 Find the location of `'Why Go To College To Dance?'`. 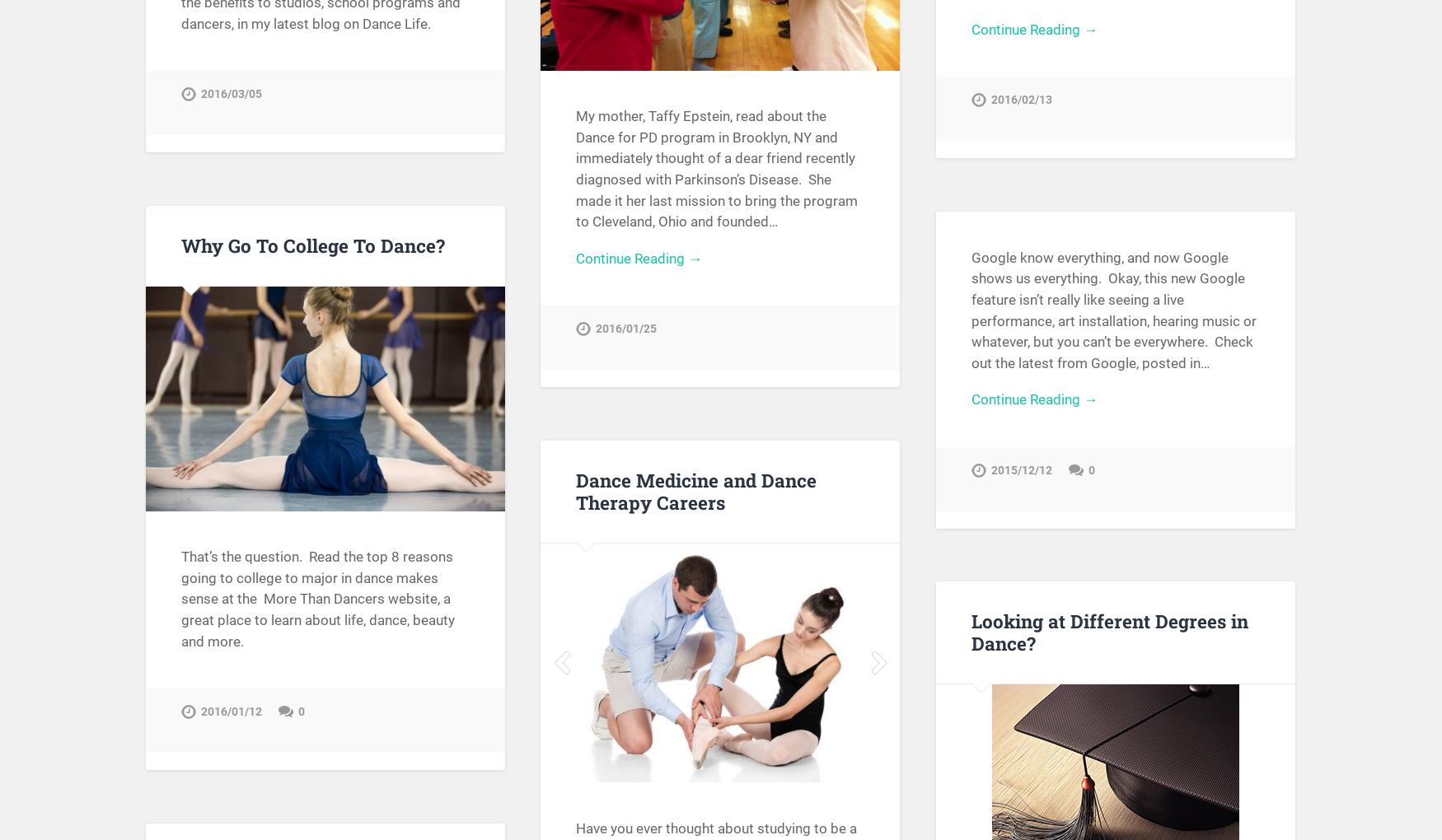

'Why Go To College To Dance?' is located at coordinates (311, 244).